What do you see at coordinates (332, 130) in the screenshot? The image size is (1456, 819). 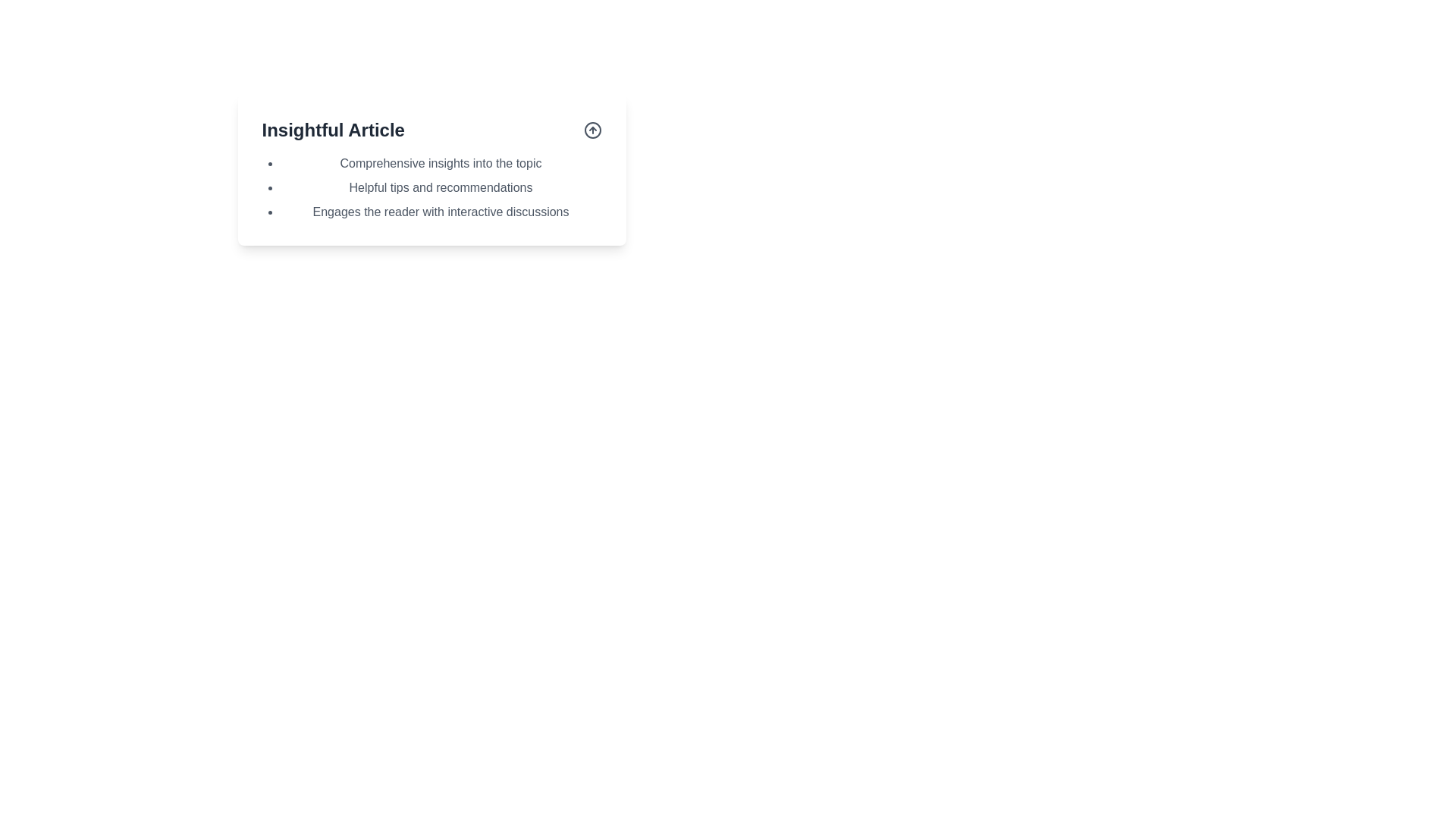 I see `the bold text label displaying 'Insightful Article' located at the top-left corner of its surrounding white card layout` at bounding box center [332, 130].